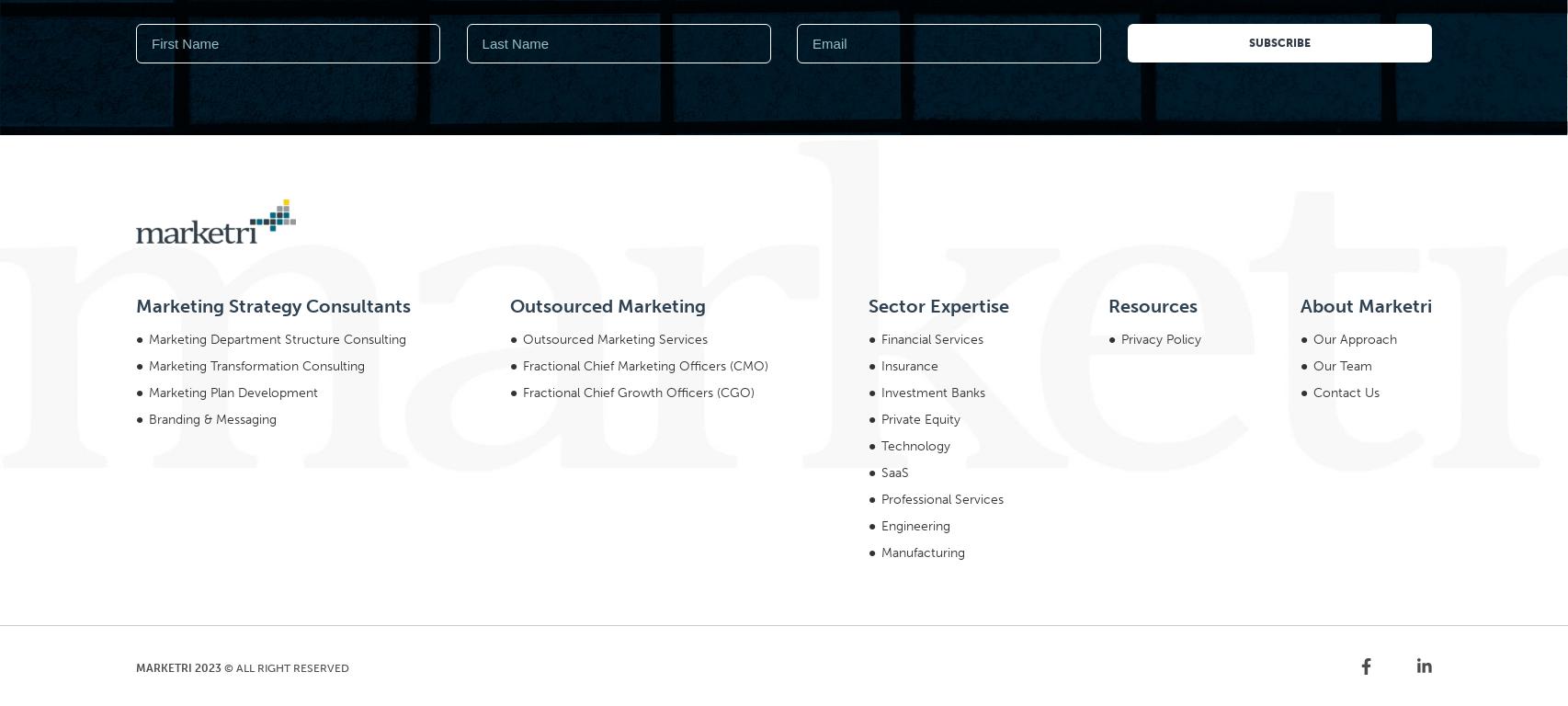  Describe the element at coordinates (931, 87) in the screenshot. I see `'Financial Services'` at that location.